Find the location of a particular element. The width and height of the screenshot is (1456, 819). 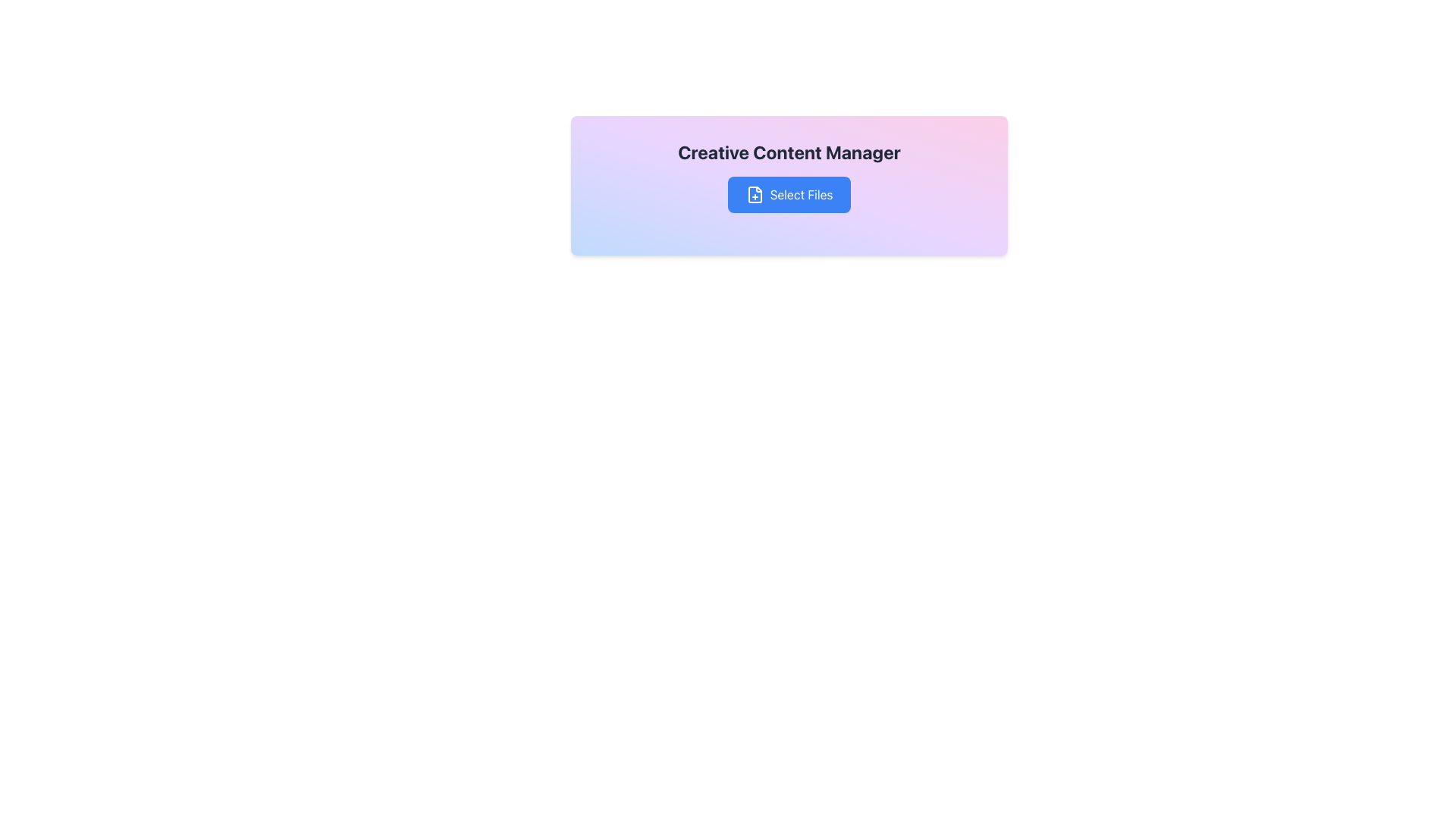

the blue rectangular button with rounded corners labeled 'Select Files' is located at coordinates (789, 194).